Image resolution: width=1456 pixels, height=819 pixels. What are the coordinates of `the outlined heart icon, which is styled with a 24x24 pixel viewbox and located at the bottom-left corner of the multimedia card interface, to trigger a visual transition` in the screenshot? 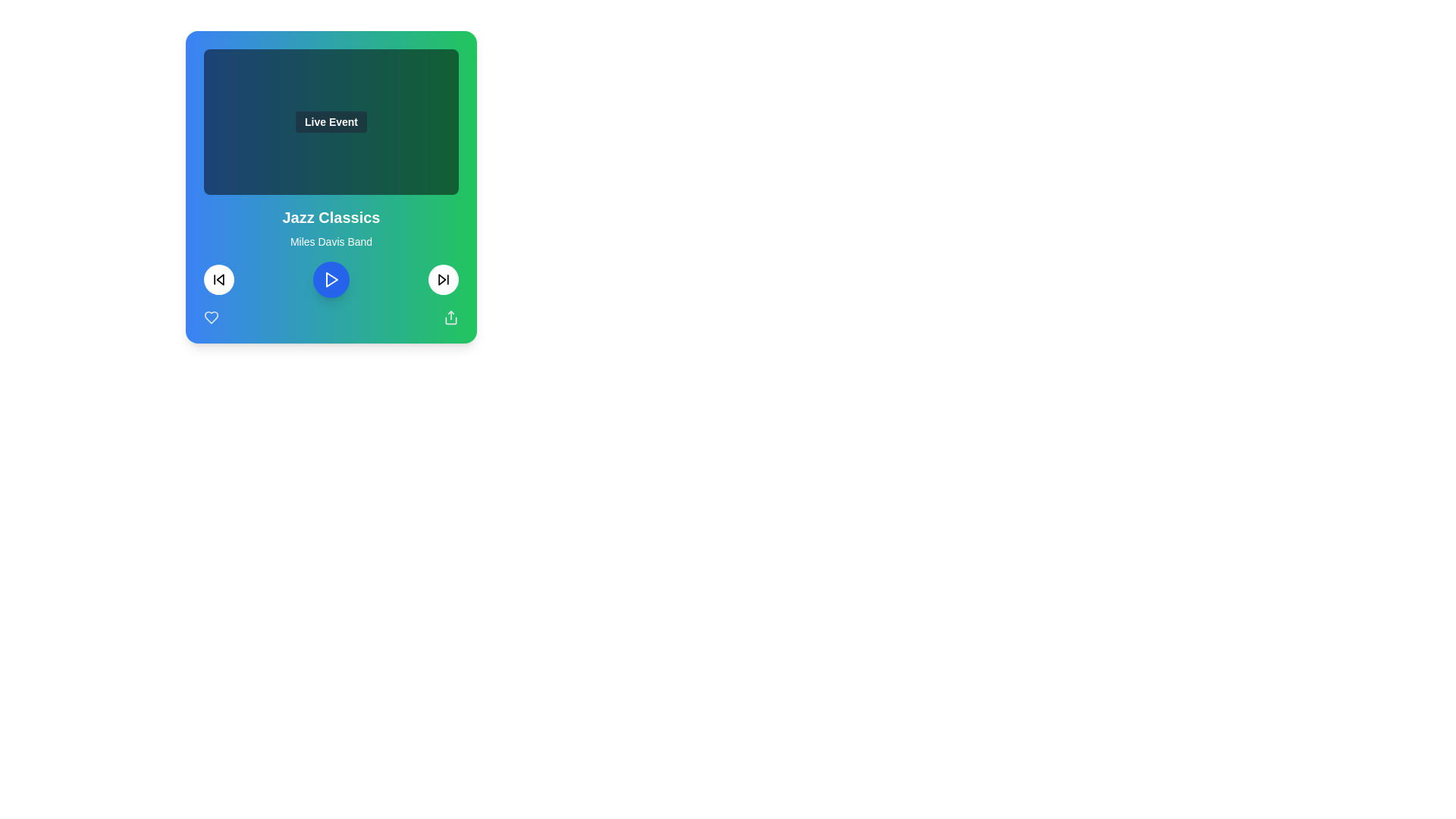 It's located at (210, 317).